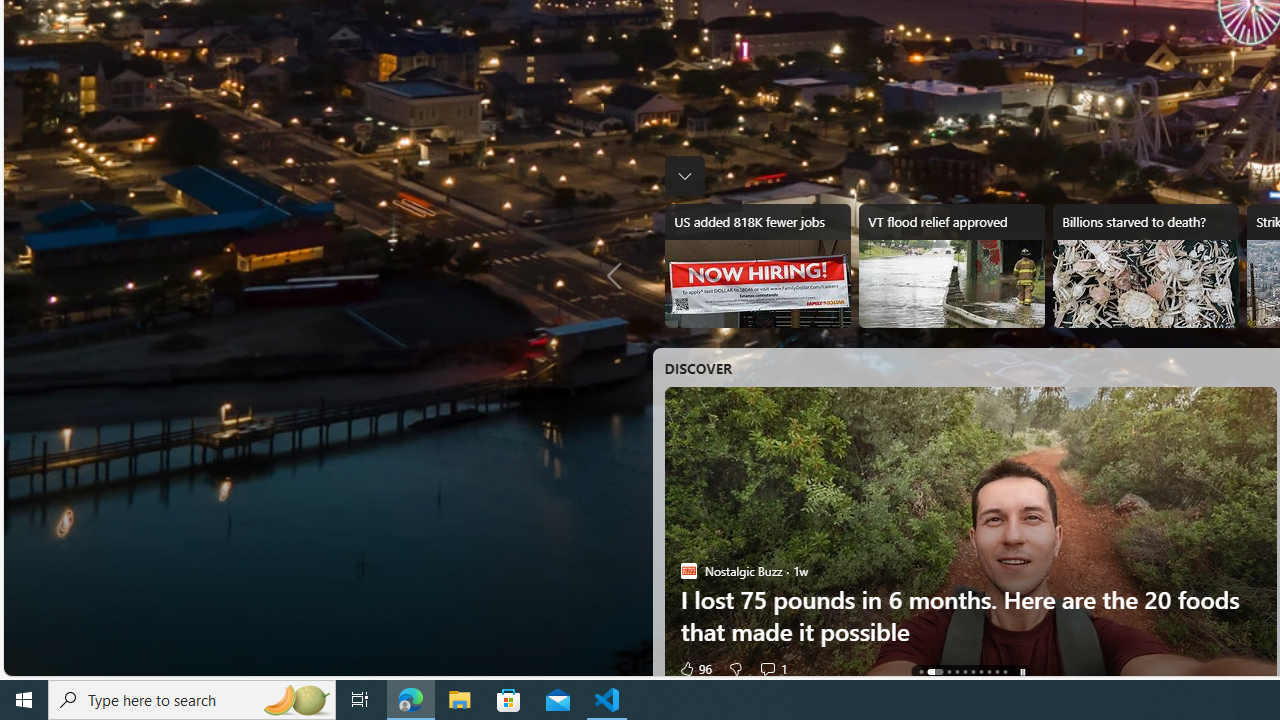 This screenshot has height=720, width=1280. What do you see at coordinates (965, 672) in the screenshot?
I see `'AutomationID: tab-4'` at bounding box center [965, 672].